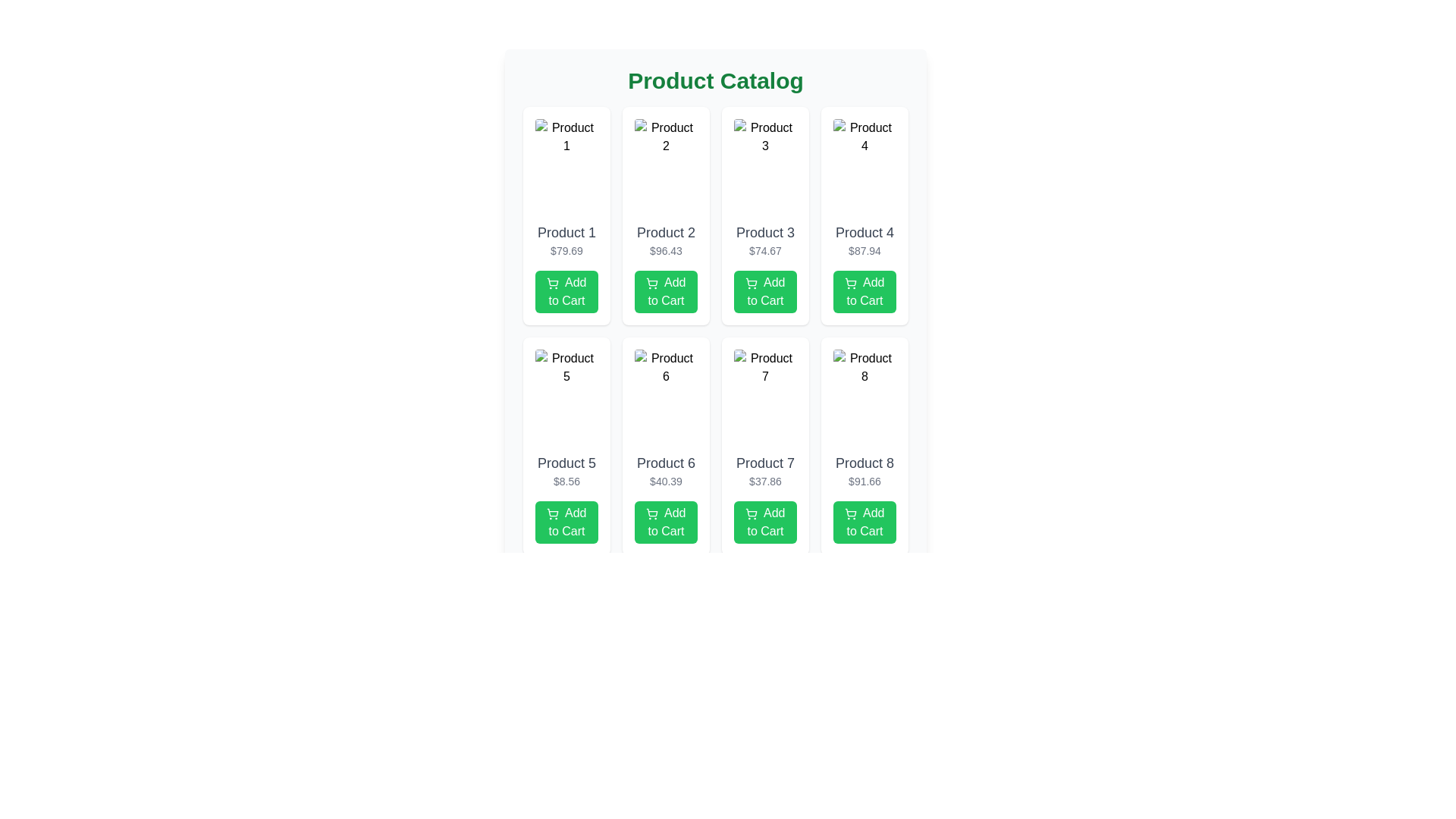 Image resolution: width=1456 pixels, height=819 pixels. Describe the element at coordinates (566, 522) in the screenshot. I see `the green 'Add to Cart' button with rounded edges and a shopping cart icon, located in the fourth row under 'Product 5' priced at $8.56` at that location.